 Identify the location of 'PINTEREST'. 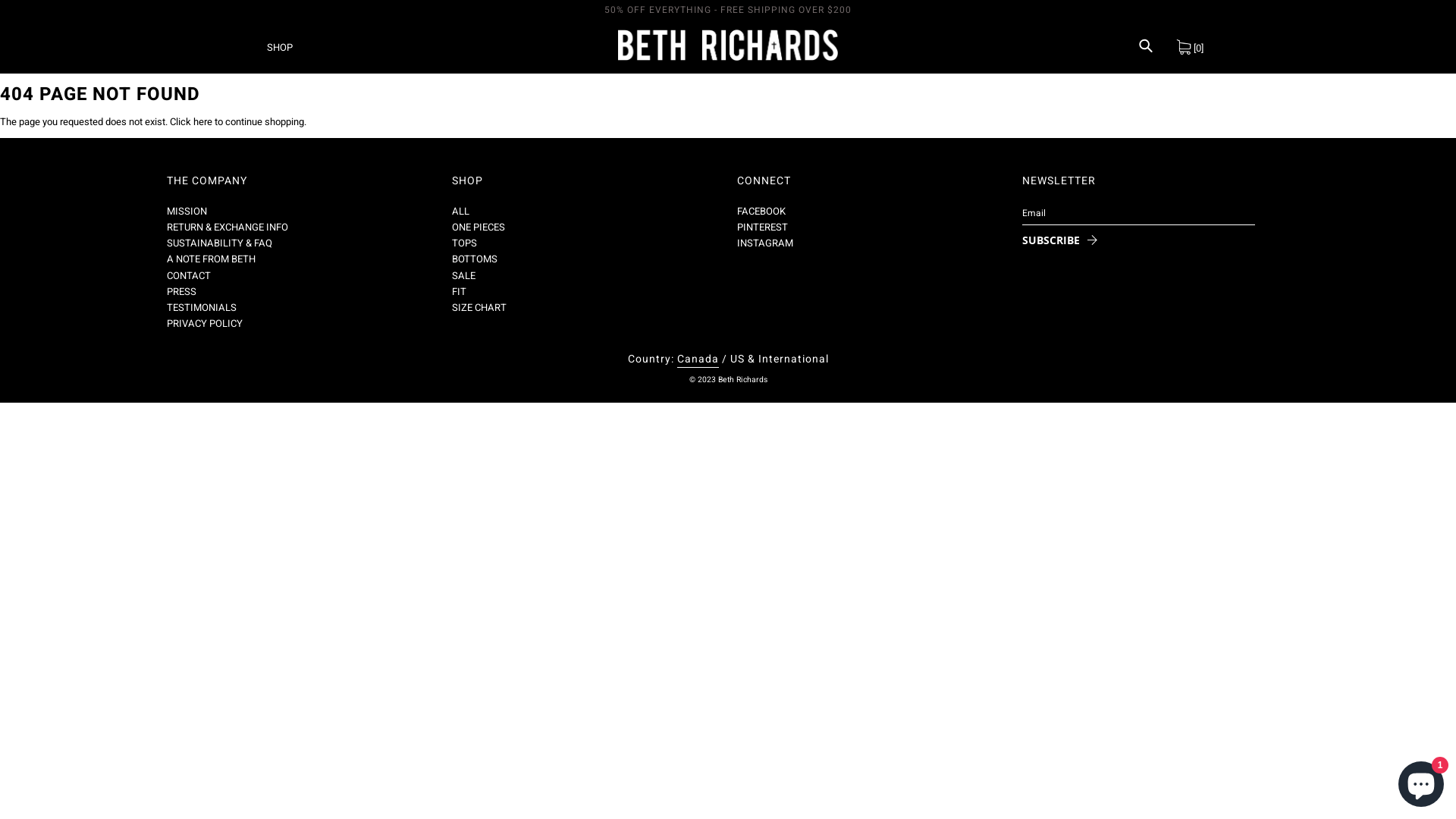
(762, 227).